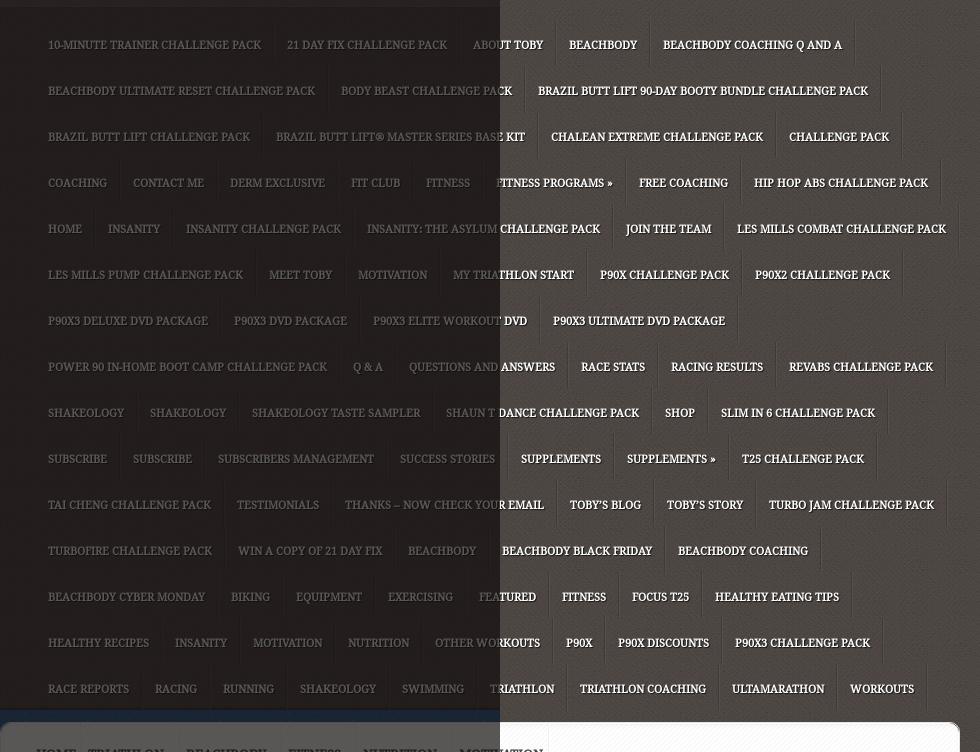 This screenshot has height=752, width=980. What do you see at coordinates (48, 229) in the screenshot?
I see `'Home'` at bounding box center [48, 229].